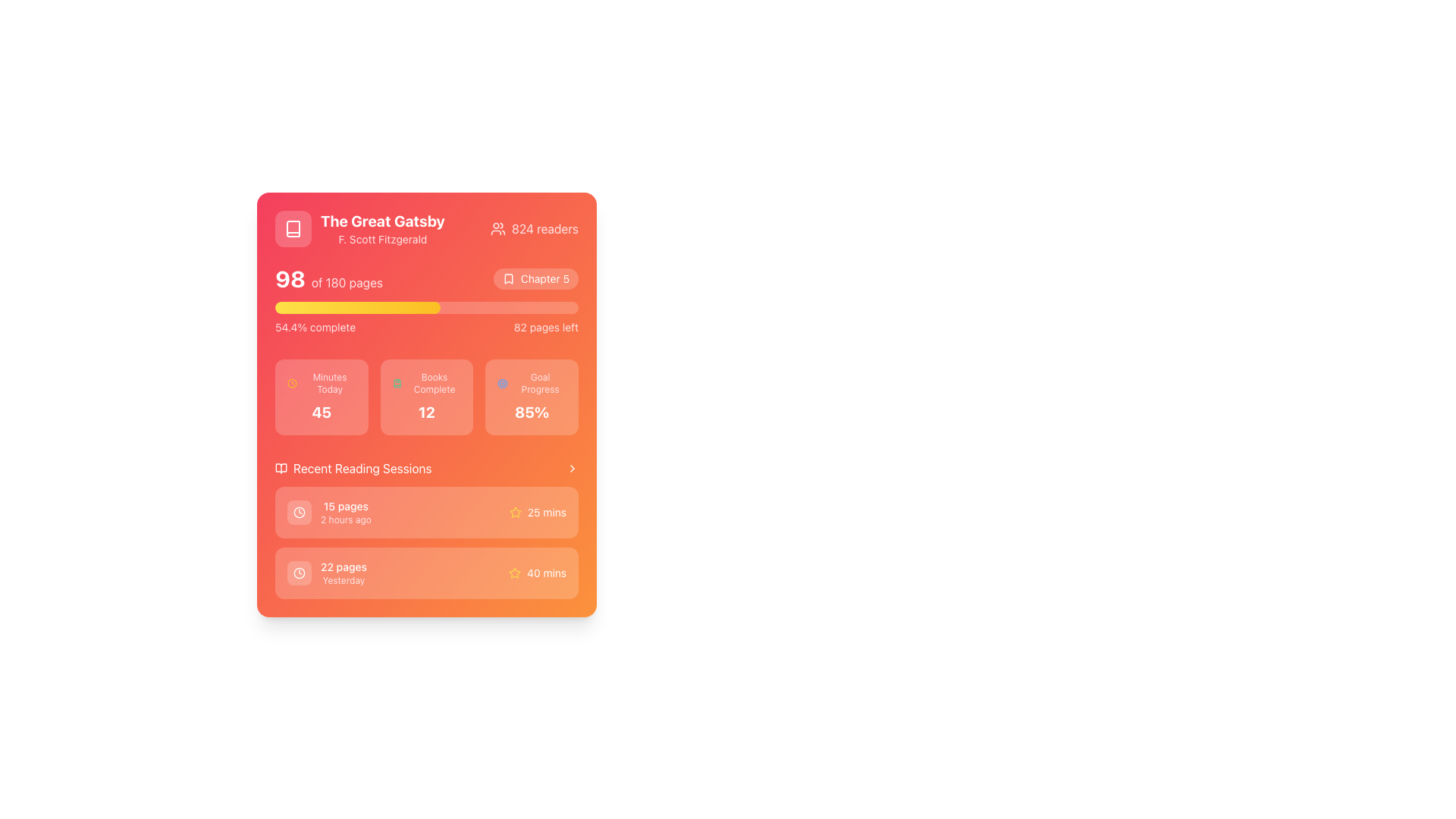 This screenshot has width=1456, height=819. I want to click on the text displaying '40 mins' beside the amber-colored star icon for accessibility purposes, located in the bottom right of the 'Recent Reading Sessions' list item, so click(538, 573).